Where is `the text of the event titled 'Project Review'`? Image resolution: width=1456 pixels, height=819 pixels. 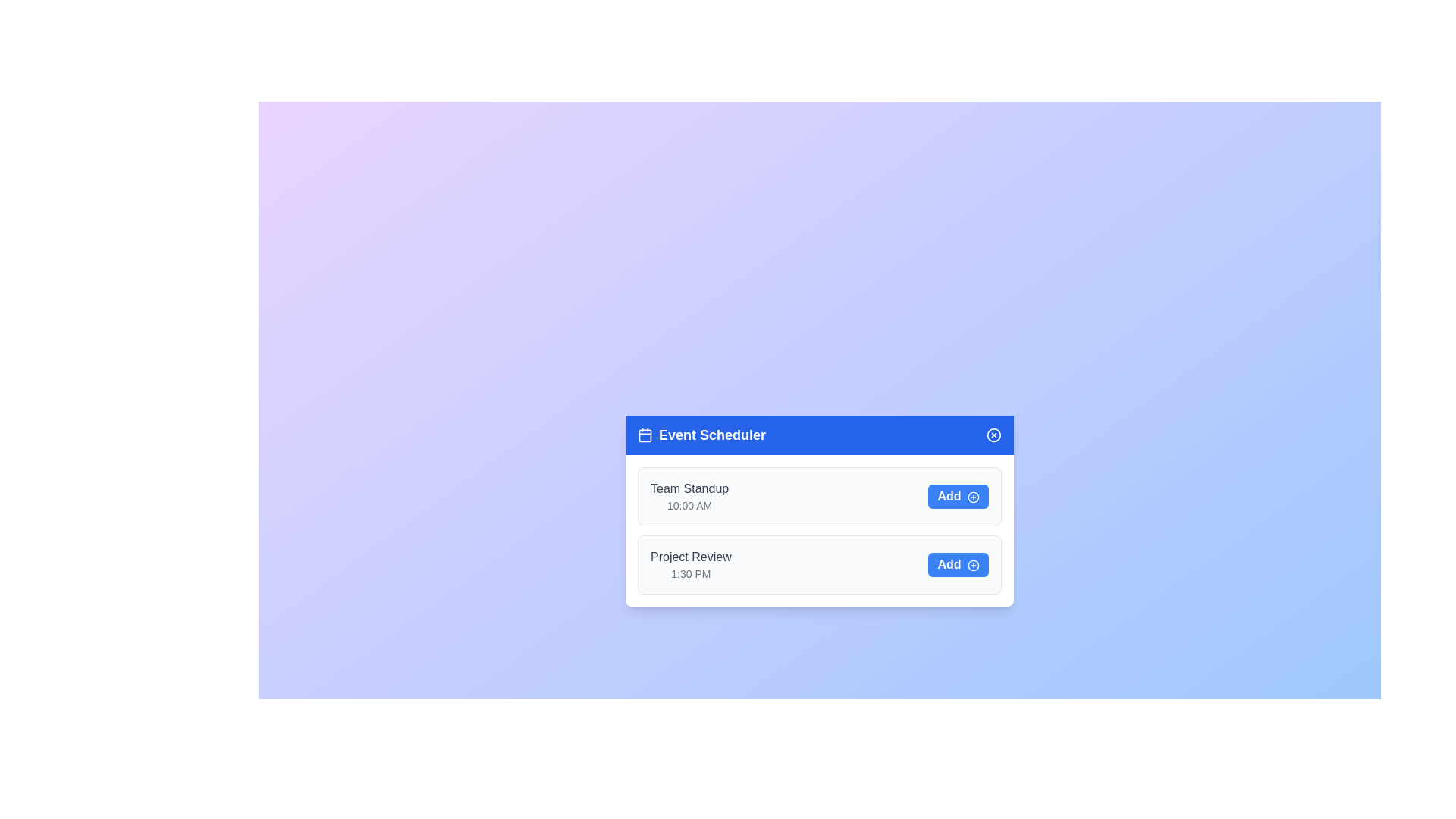 the text of the event titled 'Project Review' is located at coordinates (690, 557).